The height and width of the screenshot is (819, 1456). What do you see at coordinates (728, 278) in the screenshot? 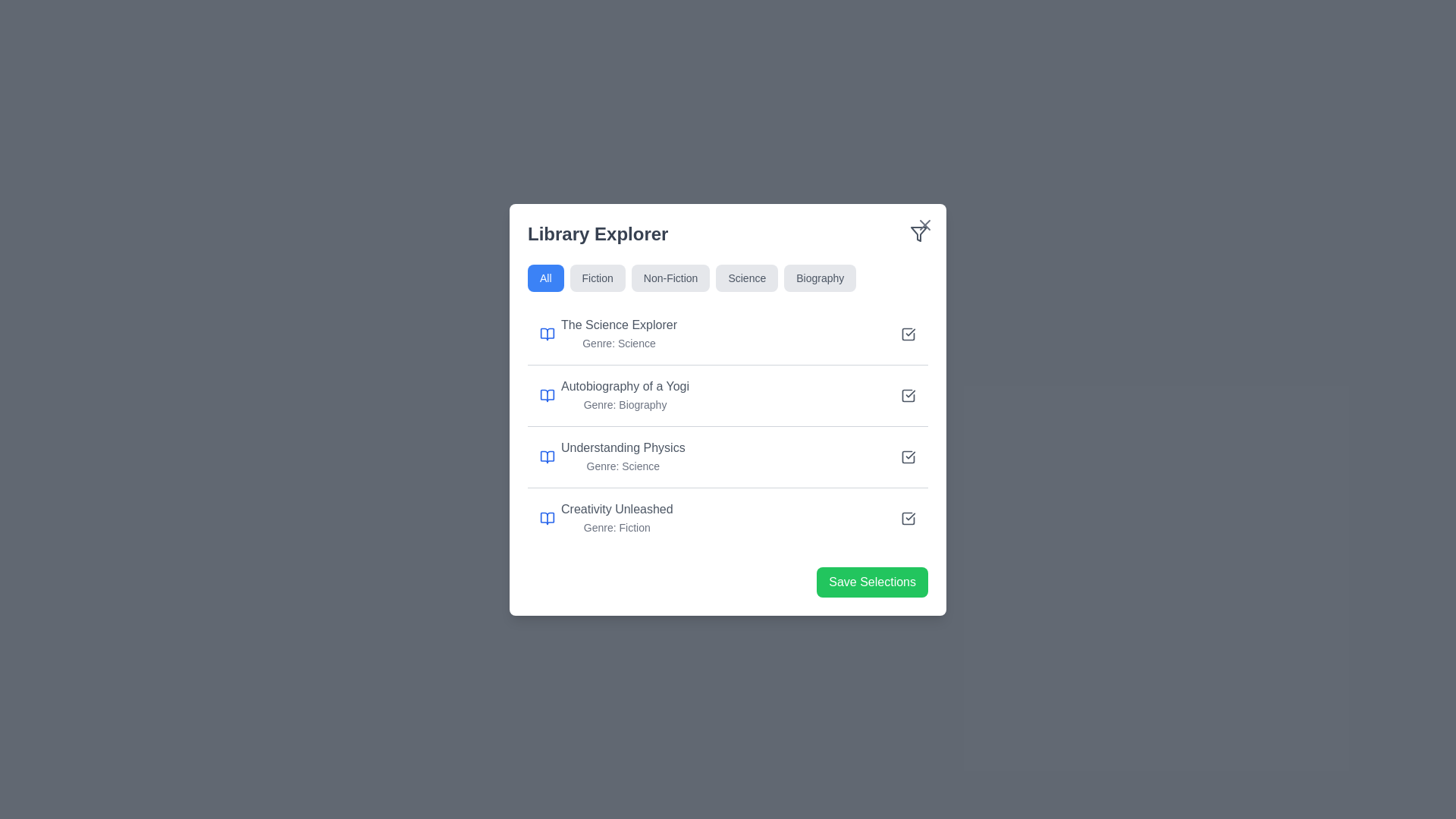
I see `the tab in the horizontal tab bar labeled with the respective genre` at bounding box center [728, 278].